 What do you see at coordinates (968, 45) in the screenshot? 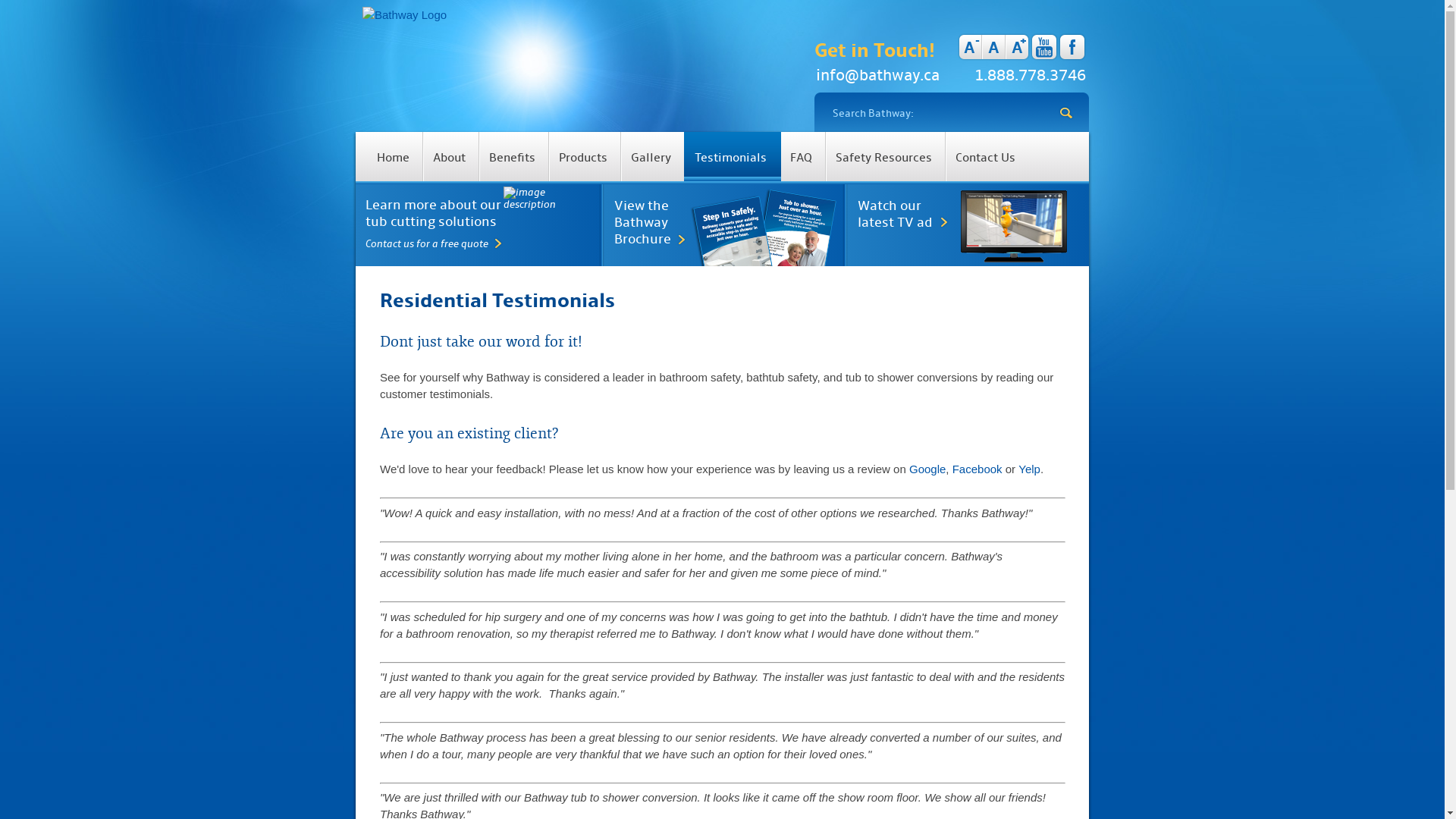
I see `'A` at bounding box center [968, 45].